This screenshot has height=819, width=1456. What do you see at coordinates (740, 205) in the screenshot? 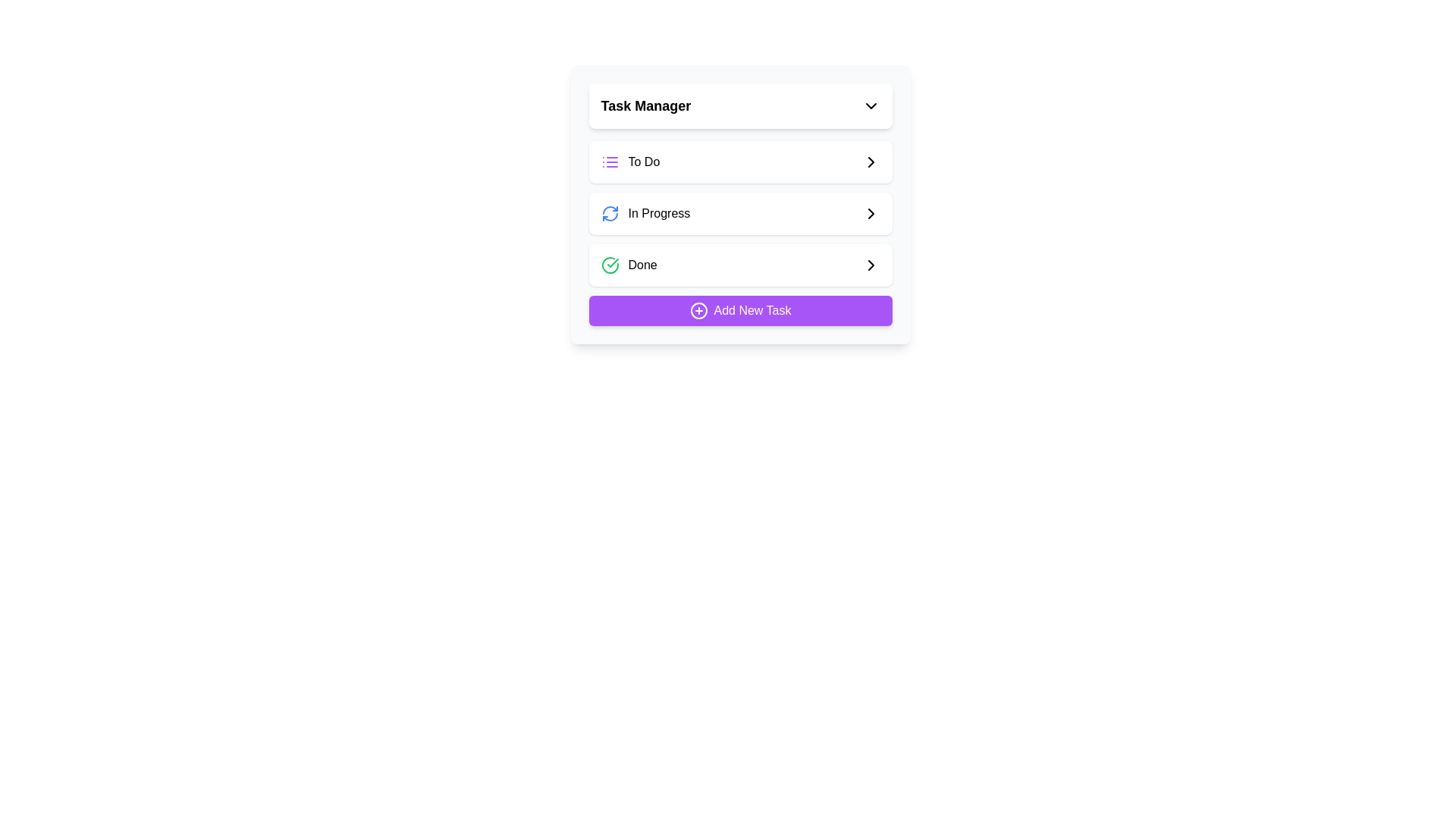
I see `the 'In Progress' item within the task tracker interface` at bounding box center [740, 205].